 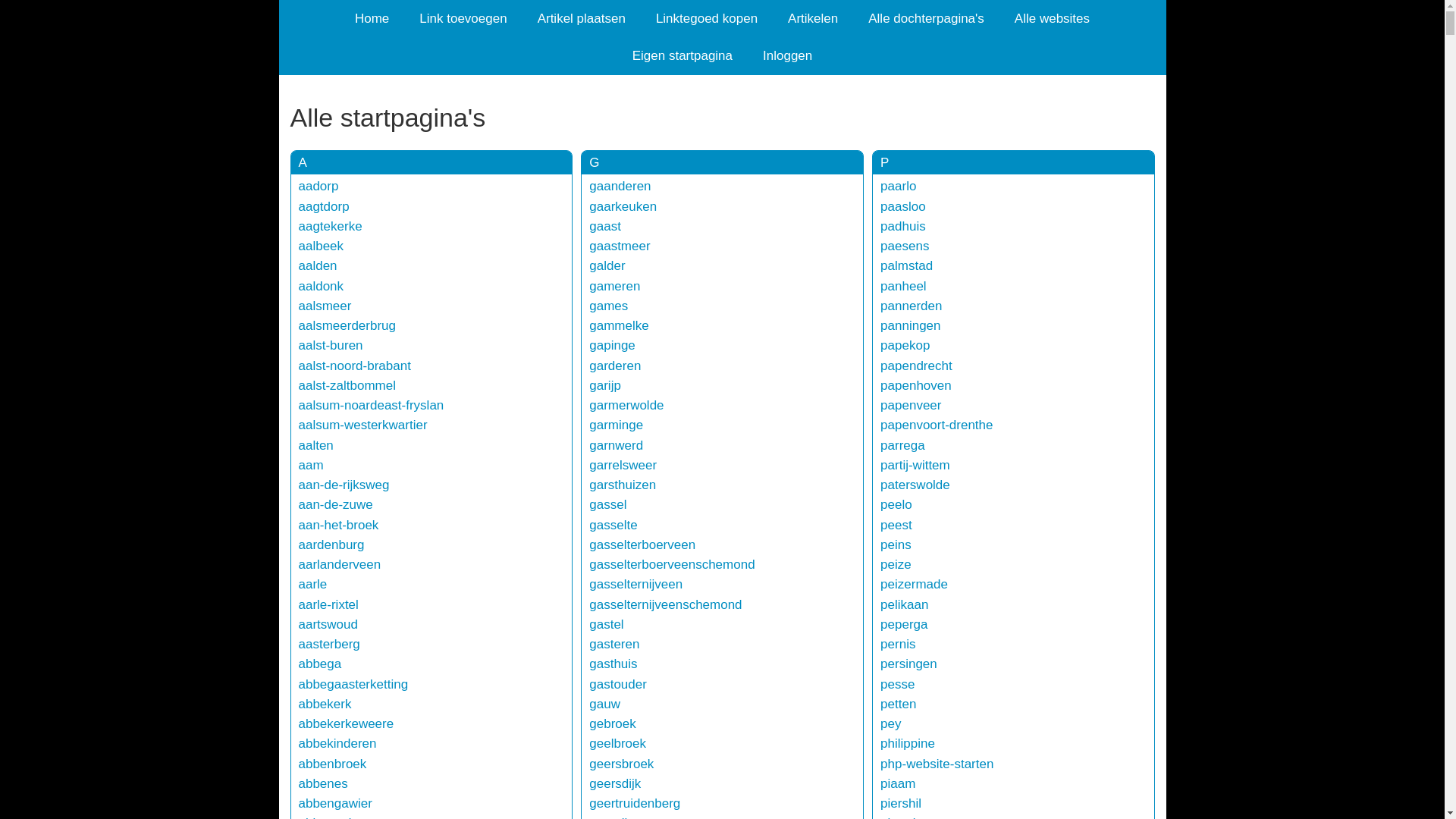 I want to click on 'panningen', so click(x=880, y=325).